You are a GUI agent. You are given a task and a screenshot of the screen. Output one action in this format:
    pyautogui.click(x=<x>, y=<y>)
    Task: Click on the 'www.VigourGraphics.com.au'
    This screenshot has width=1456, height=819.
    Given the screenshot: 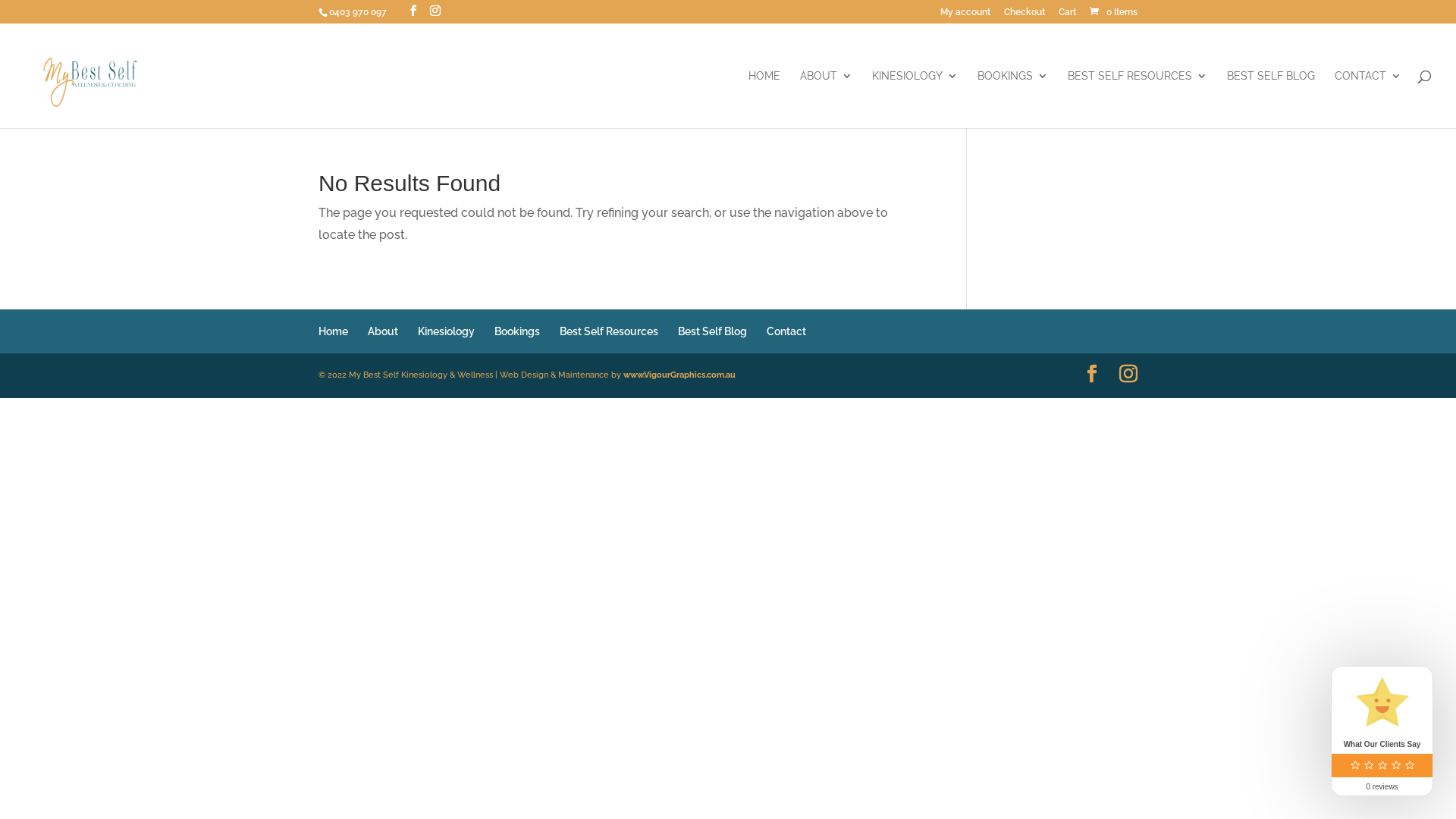 What is the action you would take?
    pyautogui.click(x=623, y=375)
    